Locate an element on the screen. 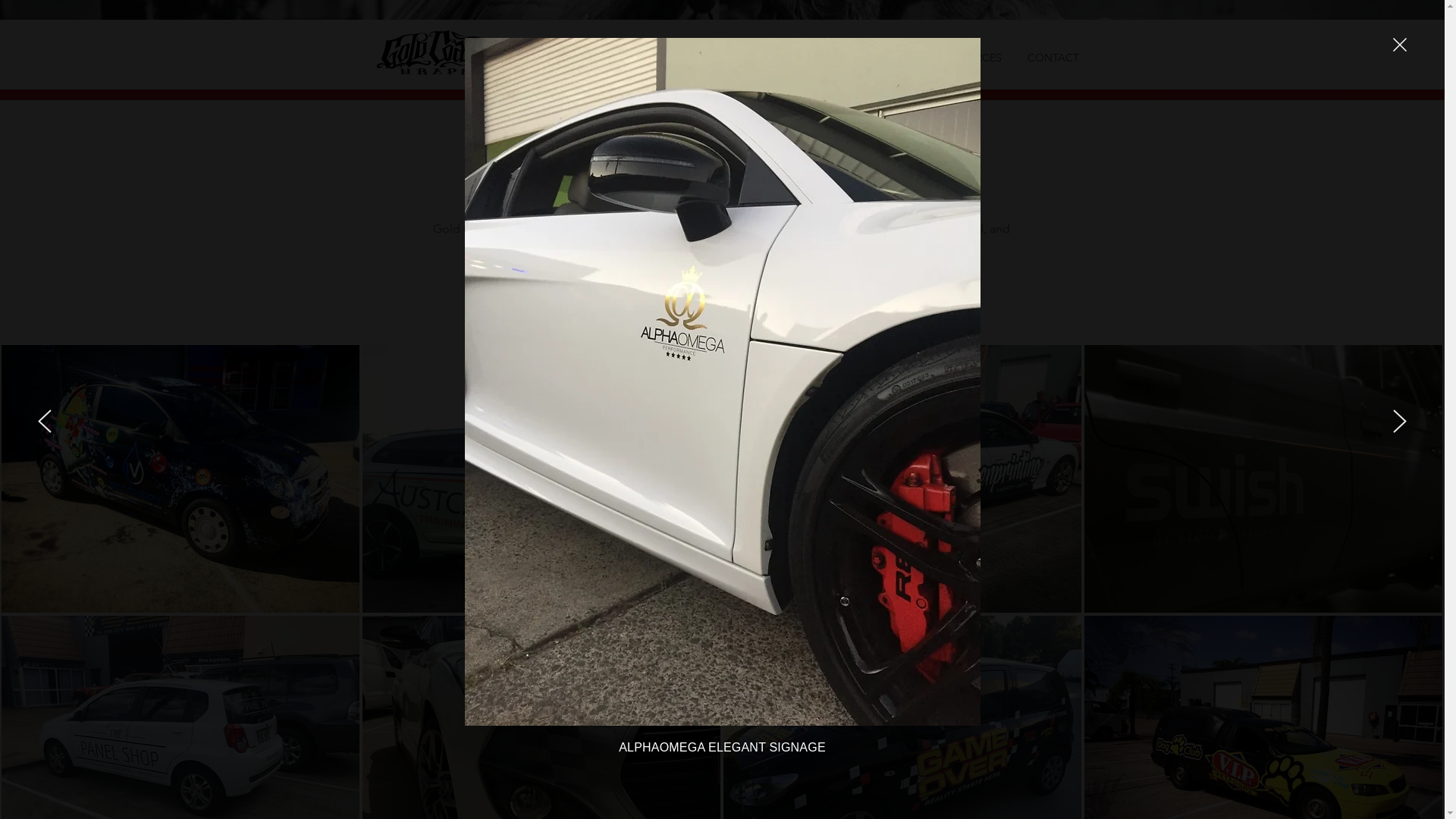 The width and height of the screenshot is (1456, 819). 'COMMERCIAL SERVICES' is located at coordinates (735, 55).